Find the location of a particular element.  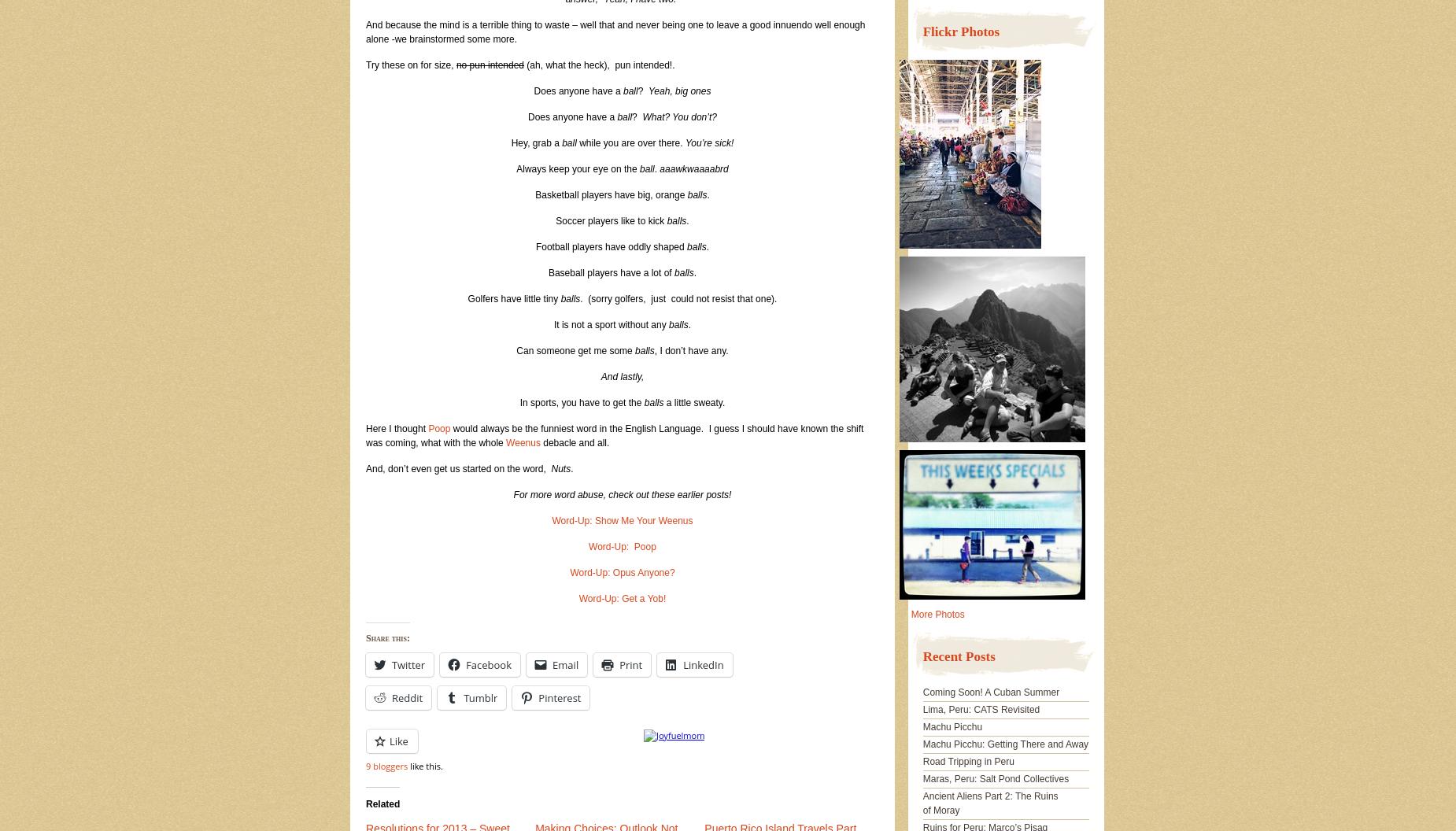

'Try these on for size,' is located at coordinates (411, 65).